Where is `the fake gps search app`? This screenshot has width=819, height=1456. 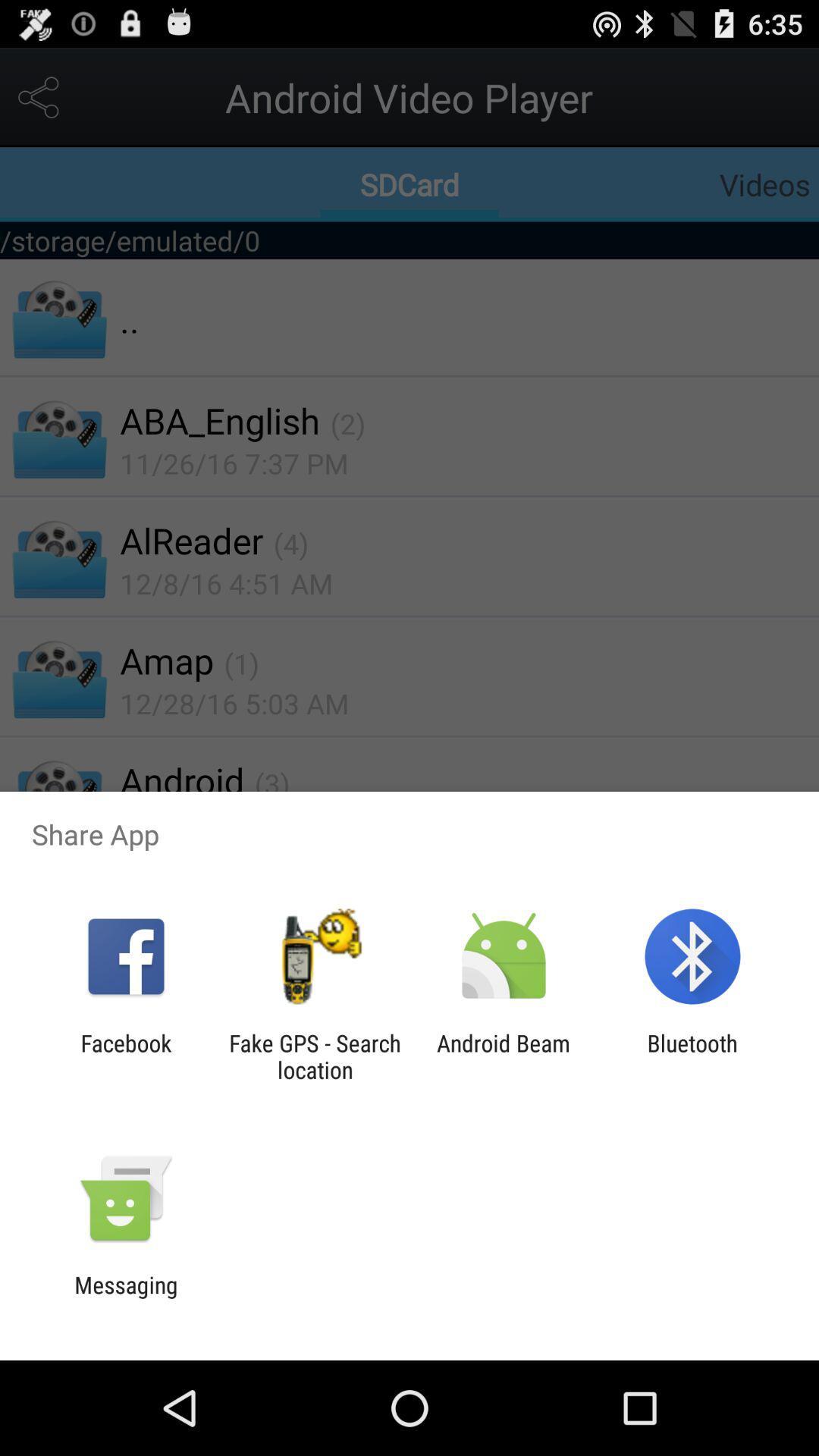
the fake gps search app is located at coordinates (314, 1056).